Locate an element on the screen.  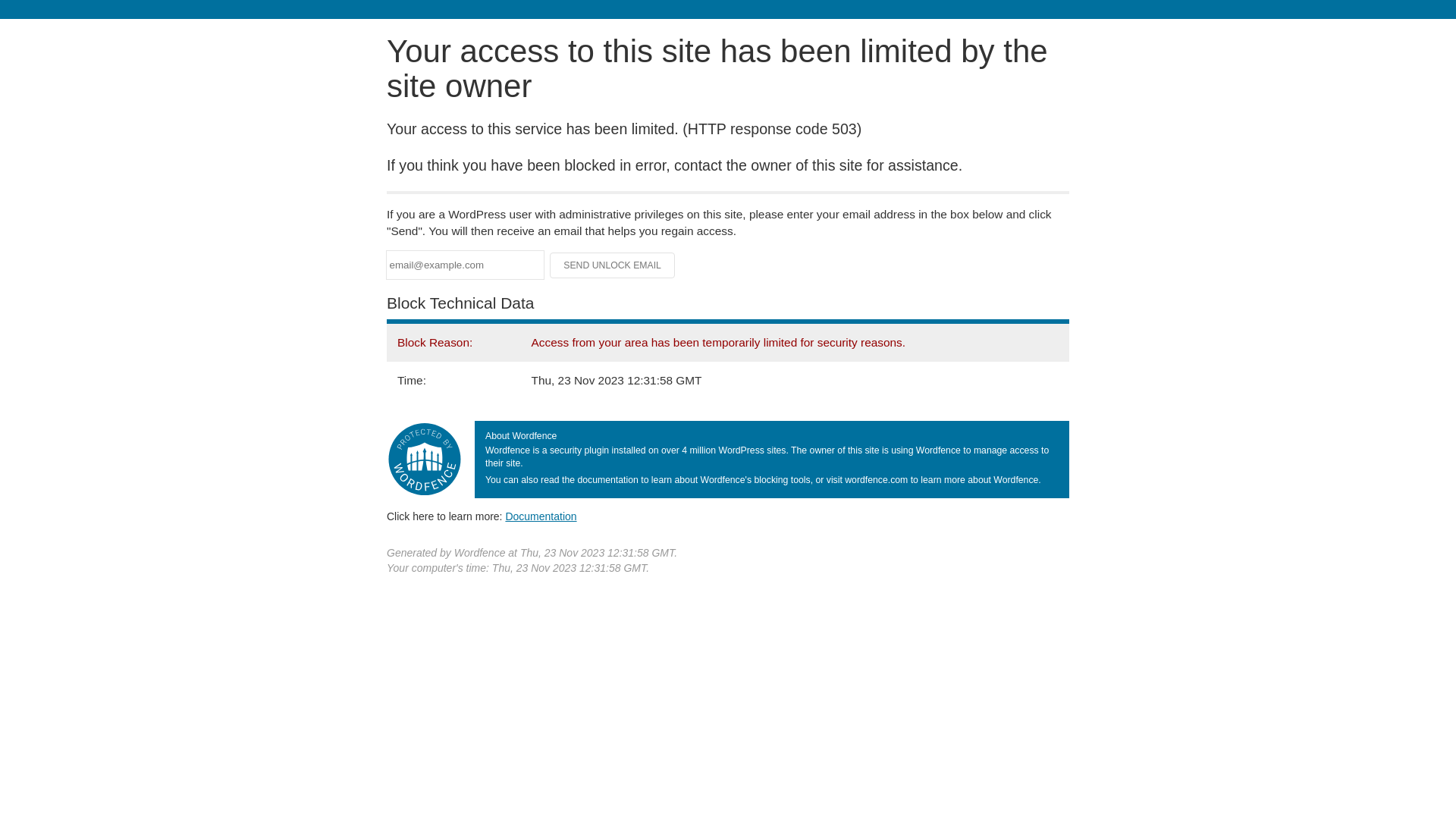
'Documentation' is located at coordinates (541, 516).